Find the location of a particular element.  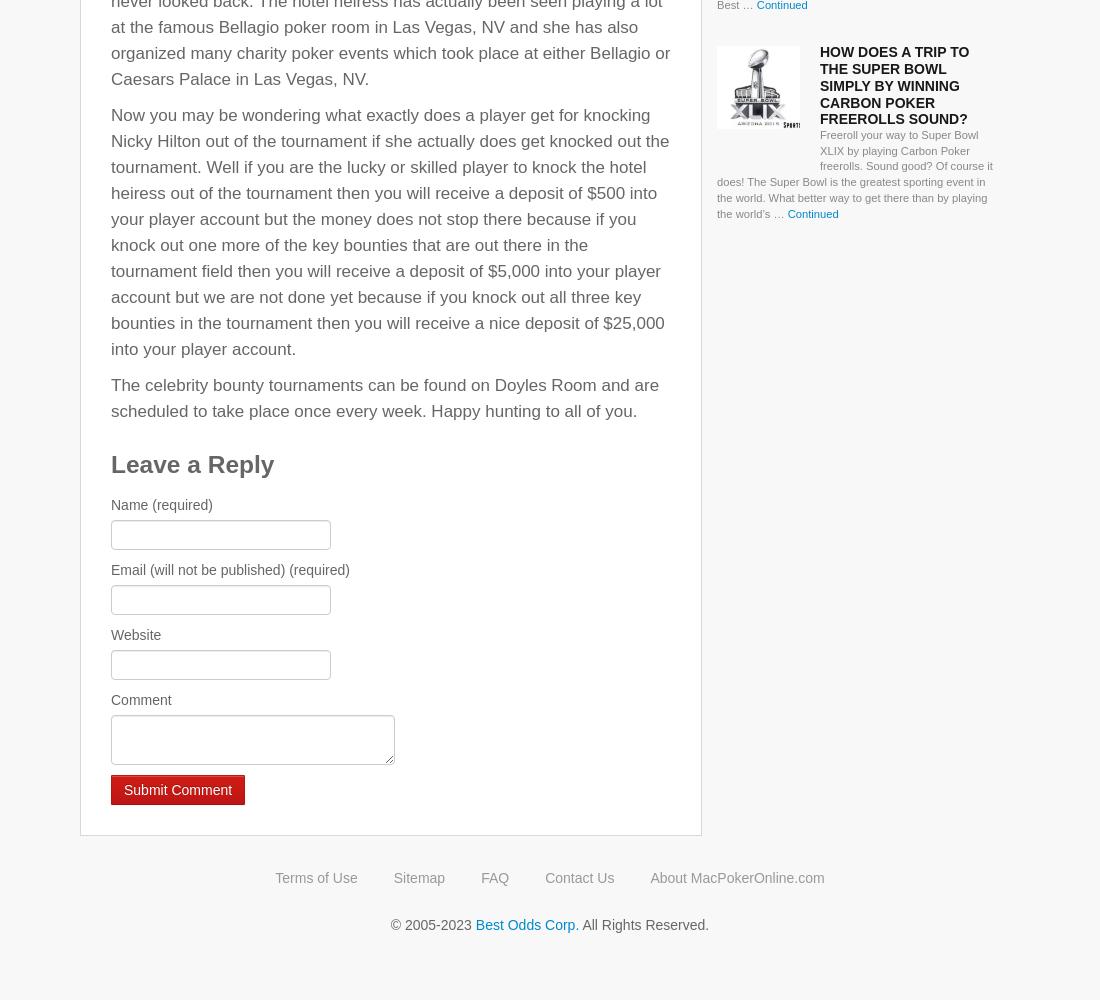

'Continued' is located at coordinates (812, 212).